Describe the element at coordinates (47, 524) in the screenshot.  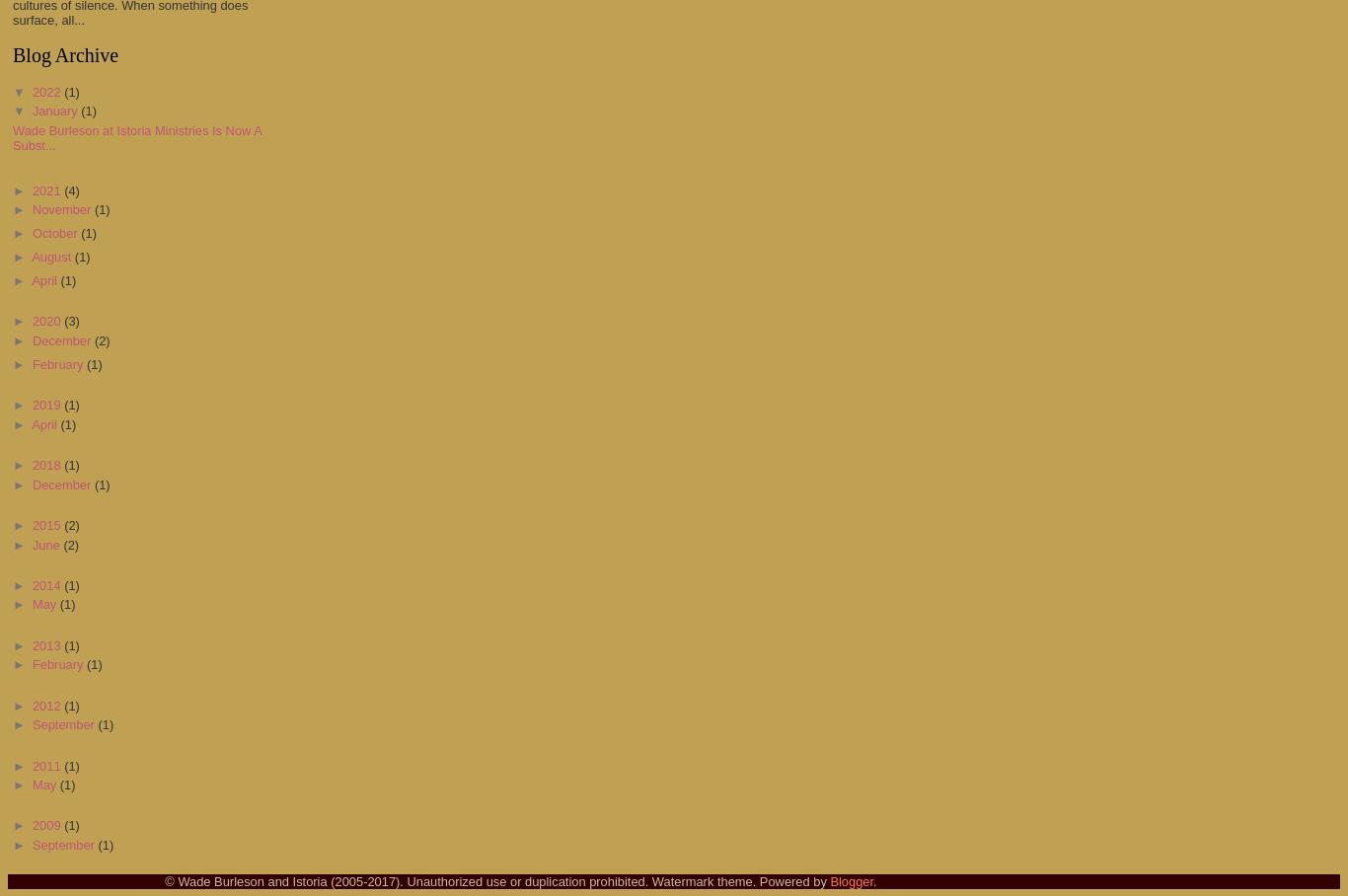
I see `'2015'` at that location.